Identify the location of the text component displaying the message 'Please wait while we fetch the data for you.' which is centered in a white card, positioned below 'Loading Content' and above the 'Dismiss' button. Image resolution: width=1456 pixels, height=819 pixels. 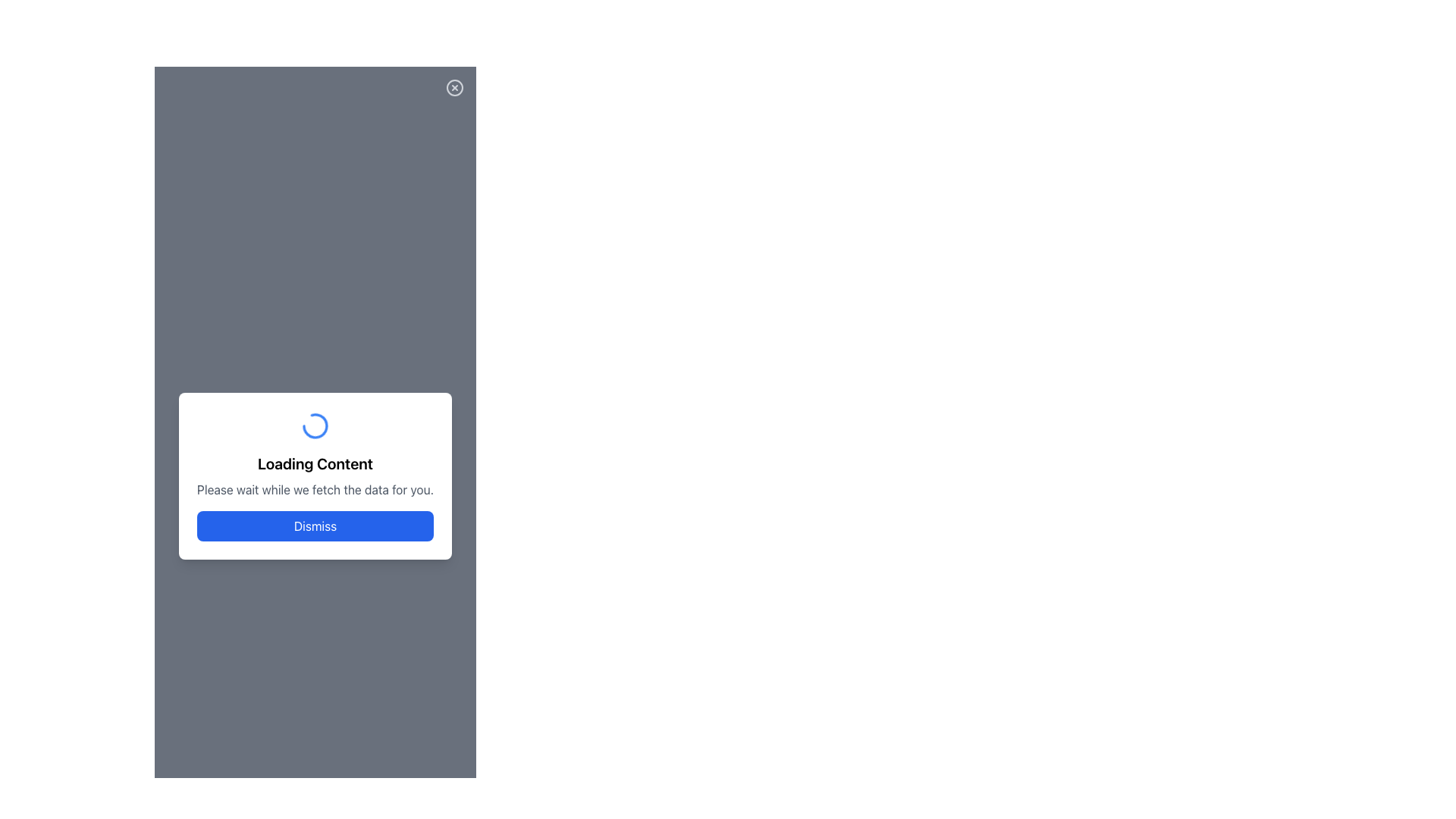
(315, 489).